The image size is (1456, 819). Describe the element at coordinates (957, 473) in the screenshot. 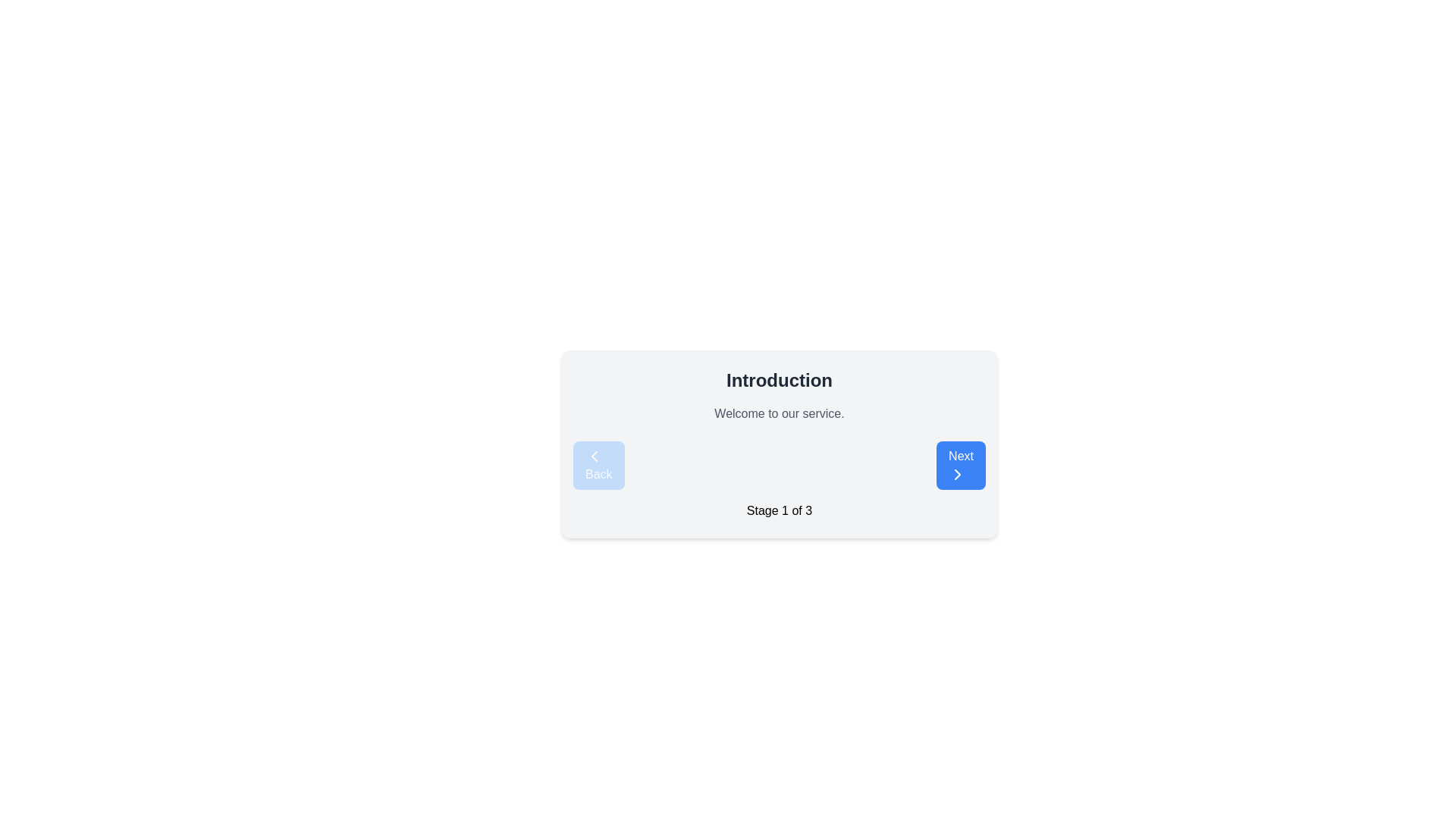

I see `the blue button labeled 'Next' that contains the rightward chevron arrow icon positioned to its right` at that location.